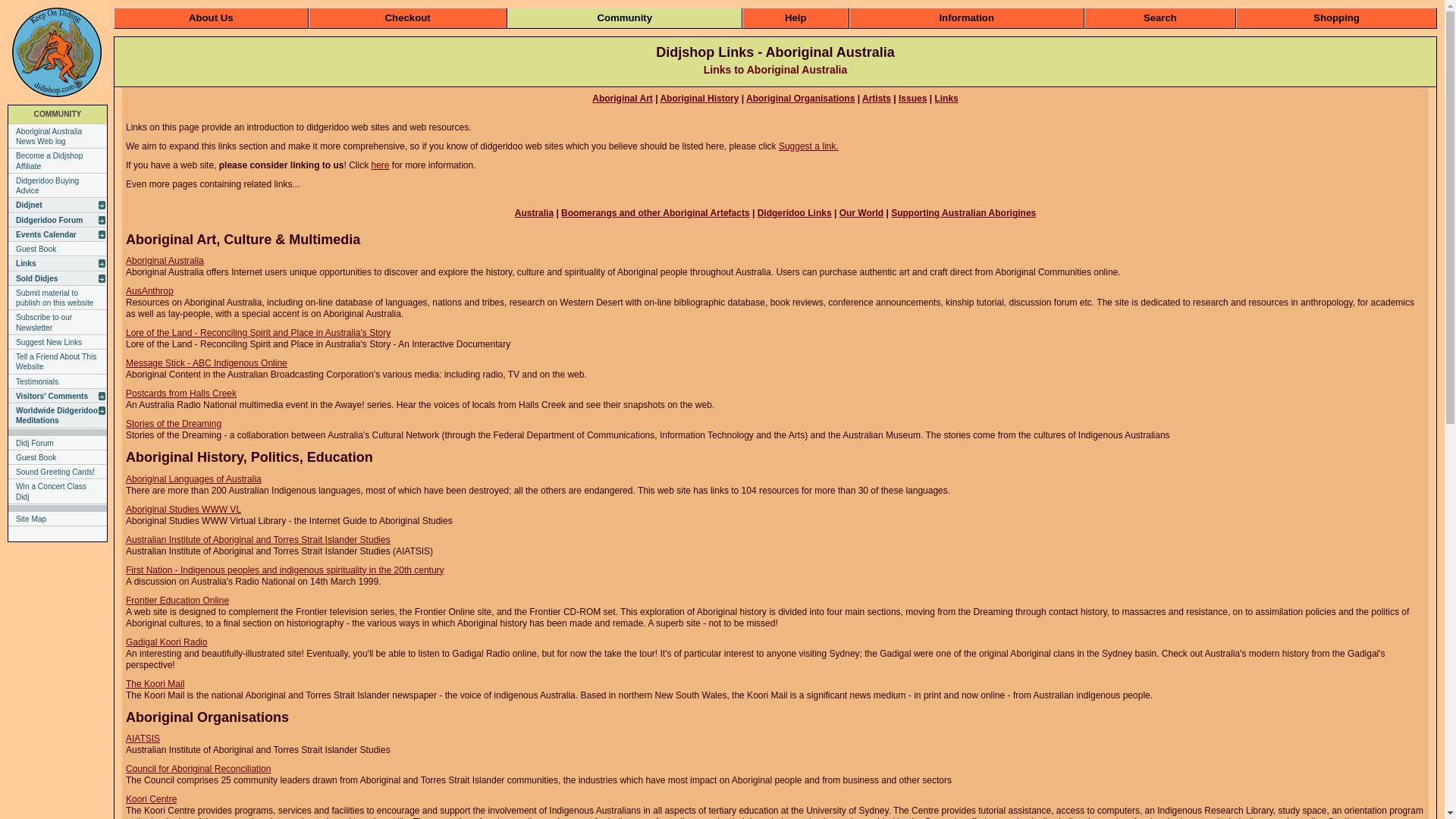 Image resolution: width=1456 pixels, height=819 pixels. I want to click on 'Didgeridoo Buying Advice', so click(58, 185).